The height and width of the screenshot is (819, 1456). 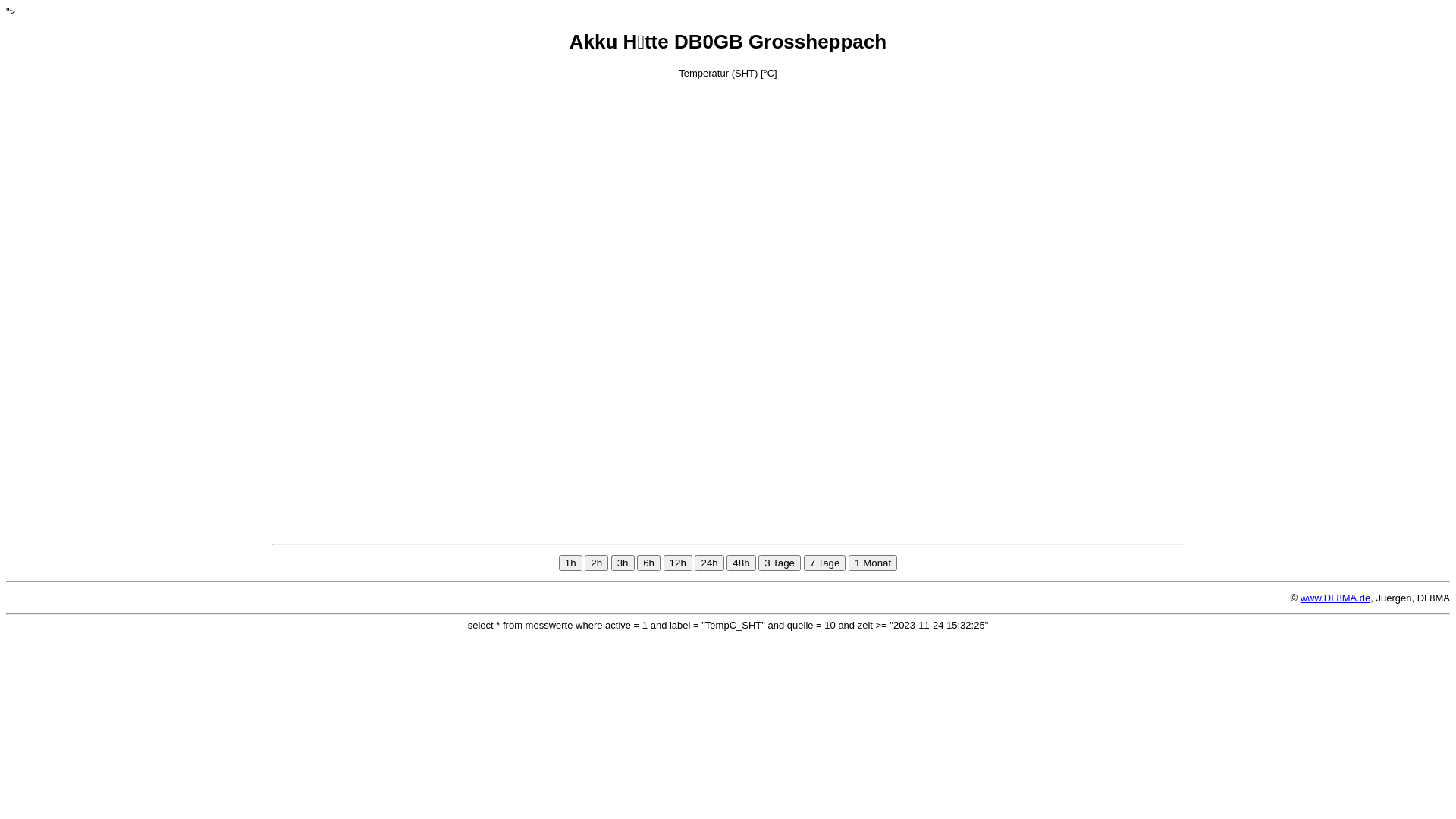 I want to click on 'www.DL8MA.de', so click(x=1335, y=597).